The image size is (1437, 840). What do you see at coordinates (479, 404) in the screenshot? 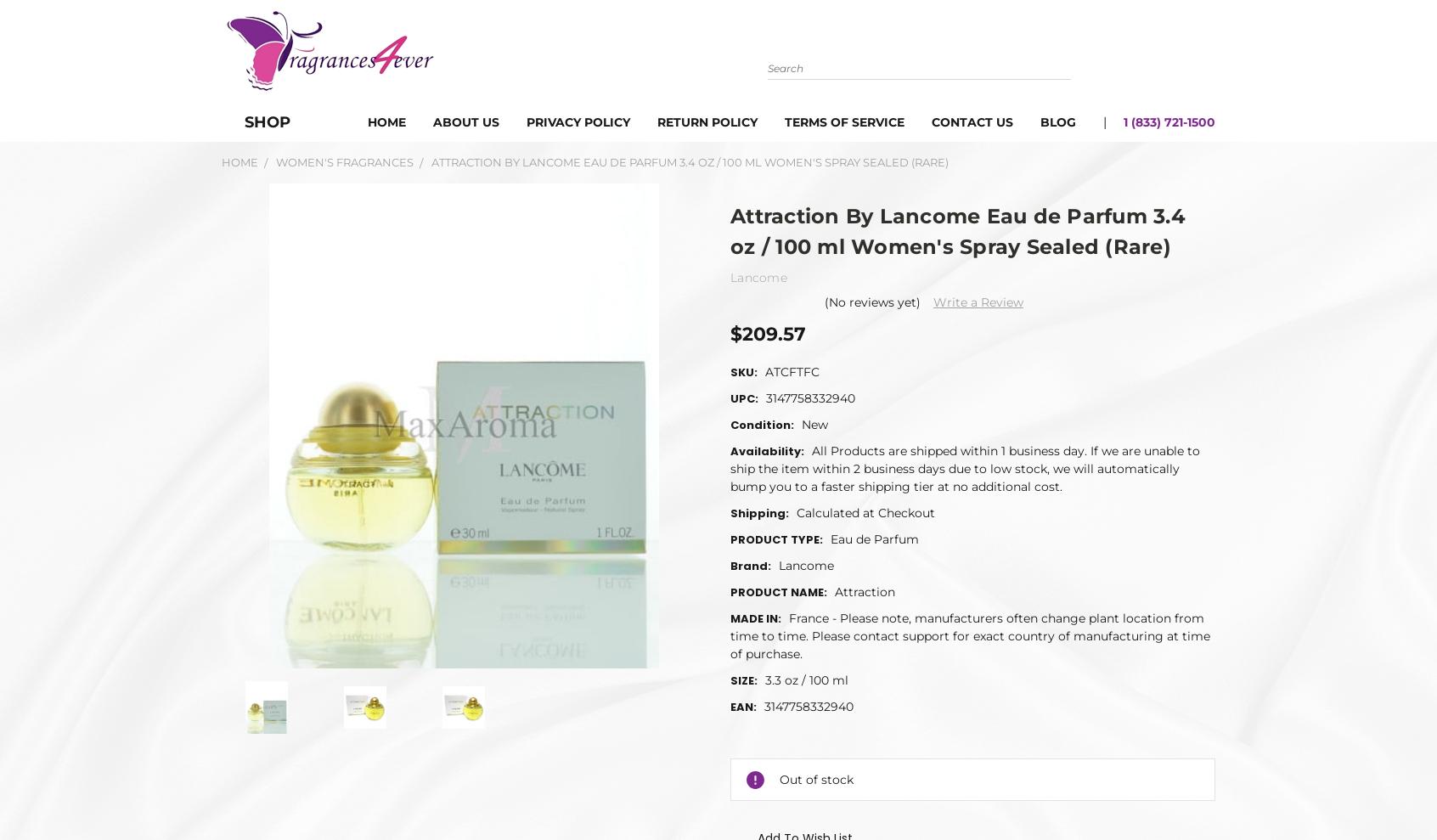
I see `'Write a Review'` at bounding box center [479, 404].